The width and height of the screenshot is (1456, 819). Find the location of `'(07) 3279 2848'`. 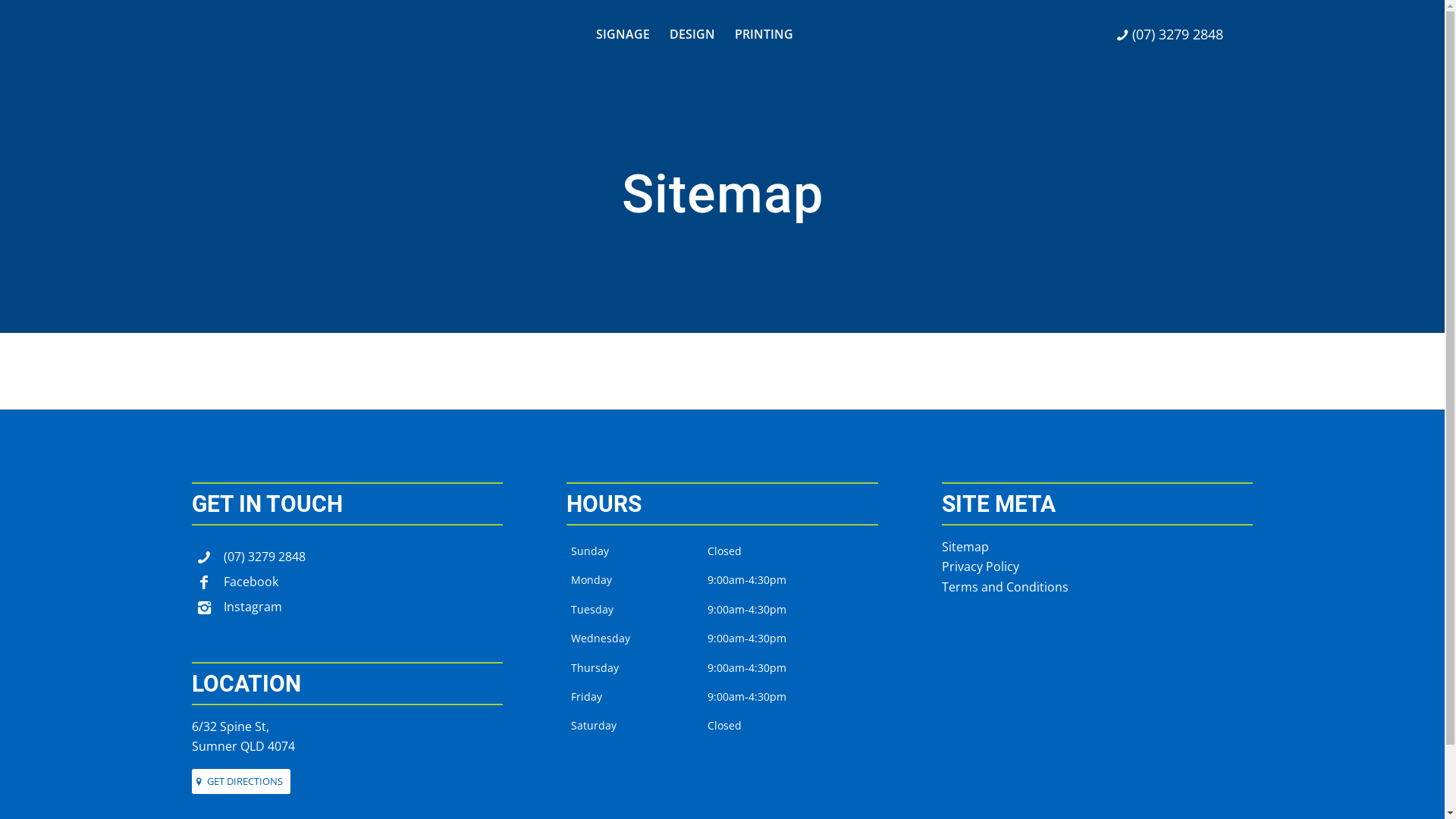

'(07) 3279 2848' is located at coordinates (1095, 34).